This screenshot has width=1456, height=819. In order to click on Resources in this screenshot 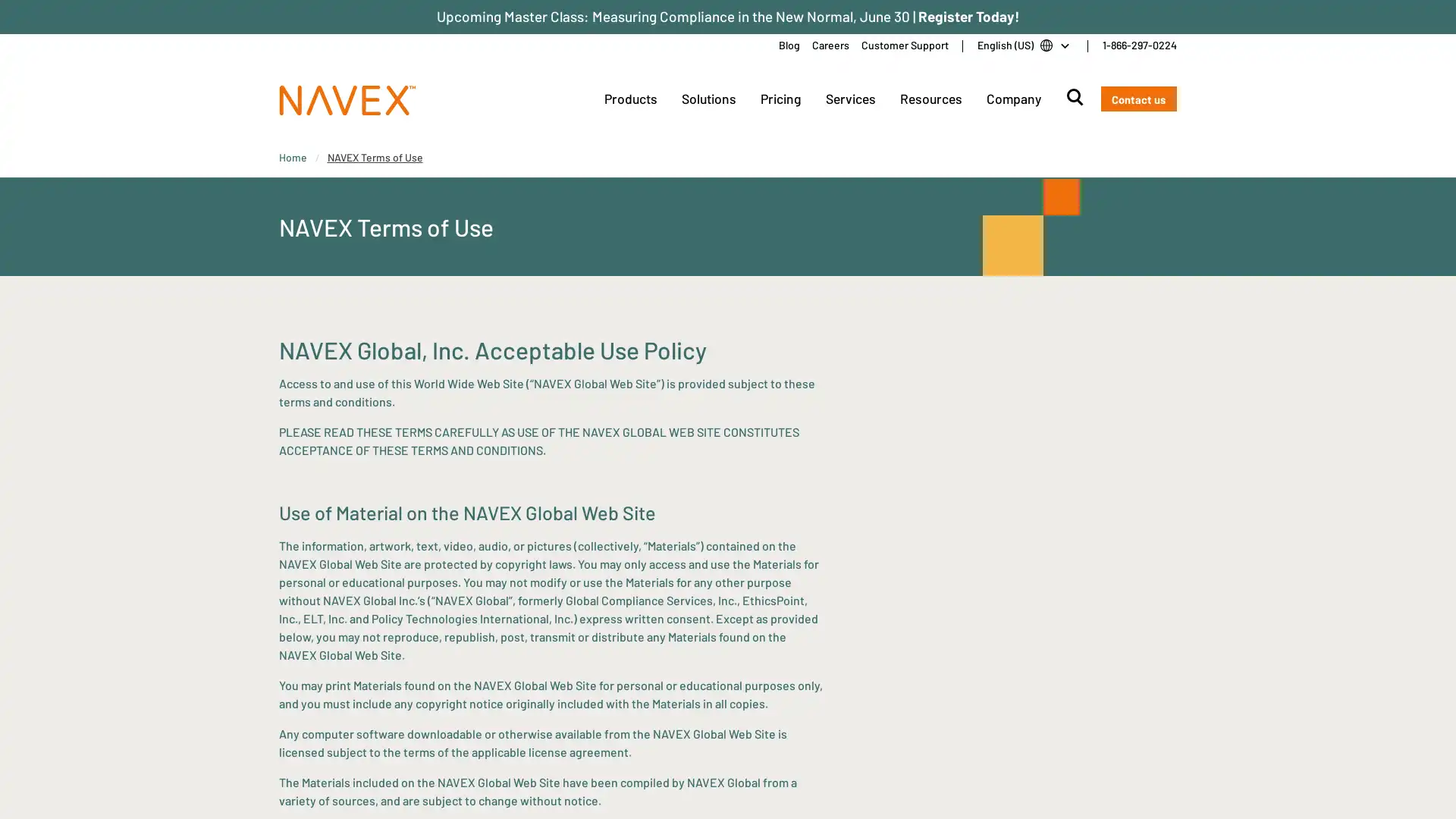, I will do `click(930, 99)`.